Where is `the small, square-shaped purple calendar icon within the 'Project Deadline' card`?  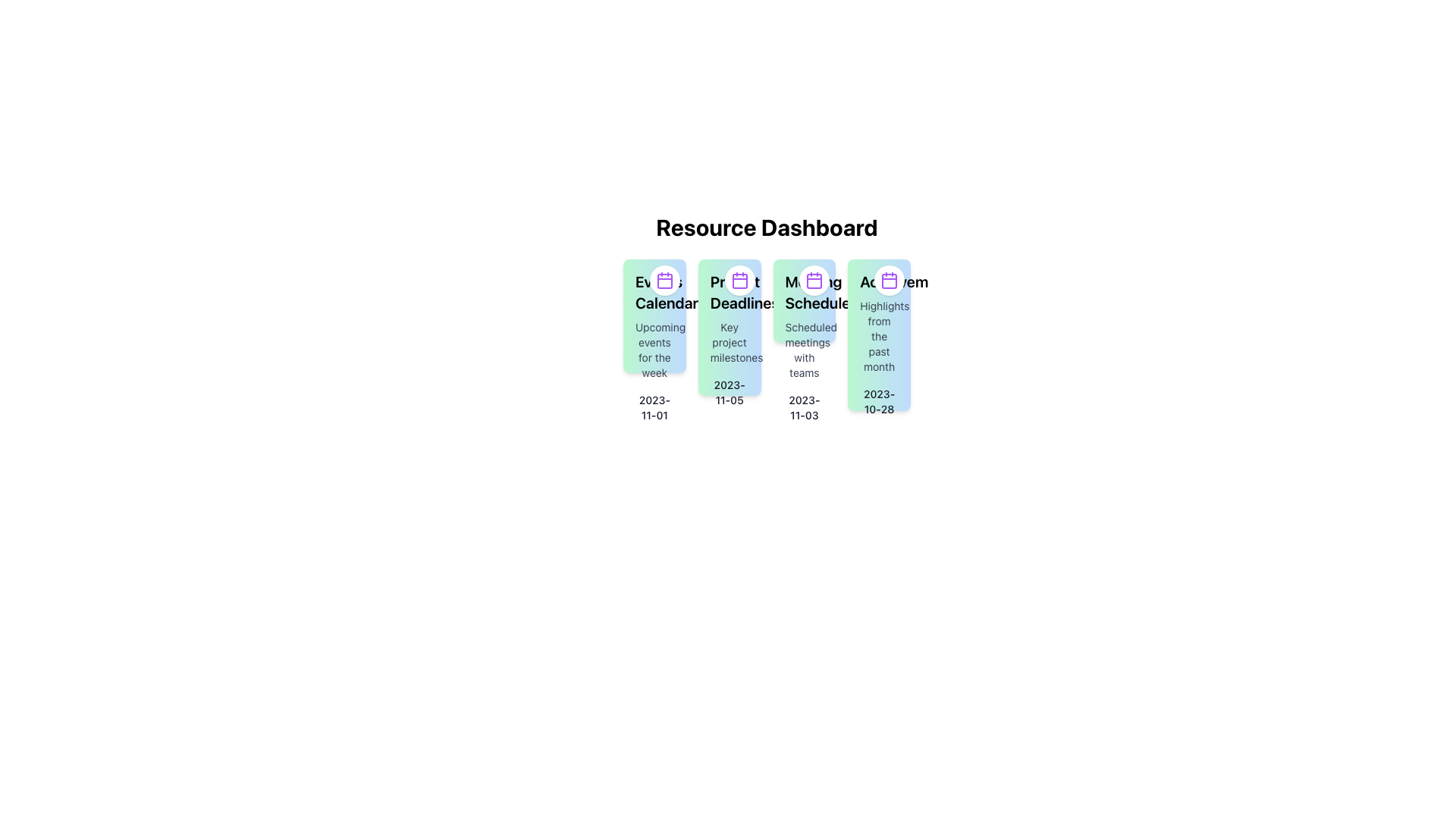 the small, square-shaped purple calendar icon within the 'Project Deadline' card is located at coordinates (739, 281).